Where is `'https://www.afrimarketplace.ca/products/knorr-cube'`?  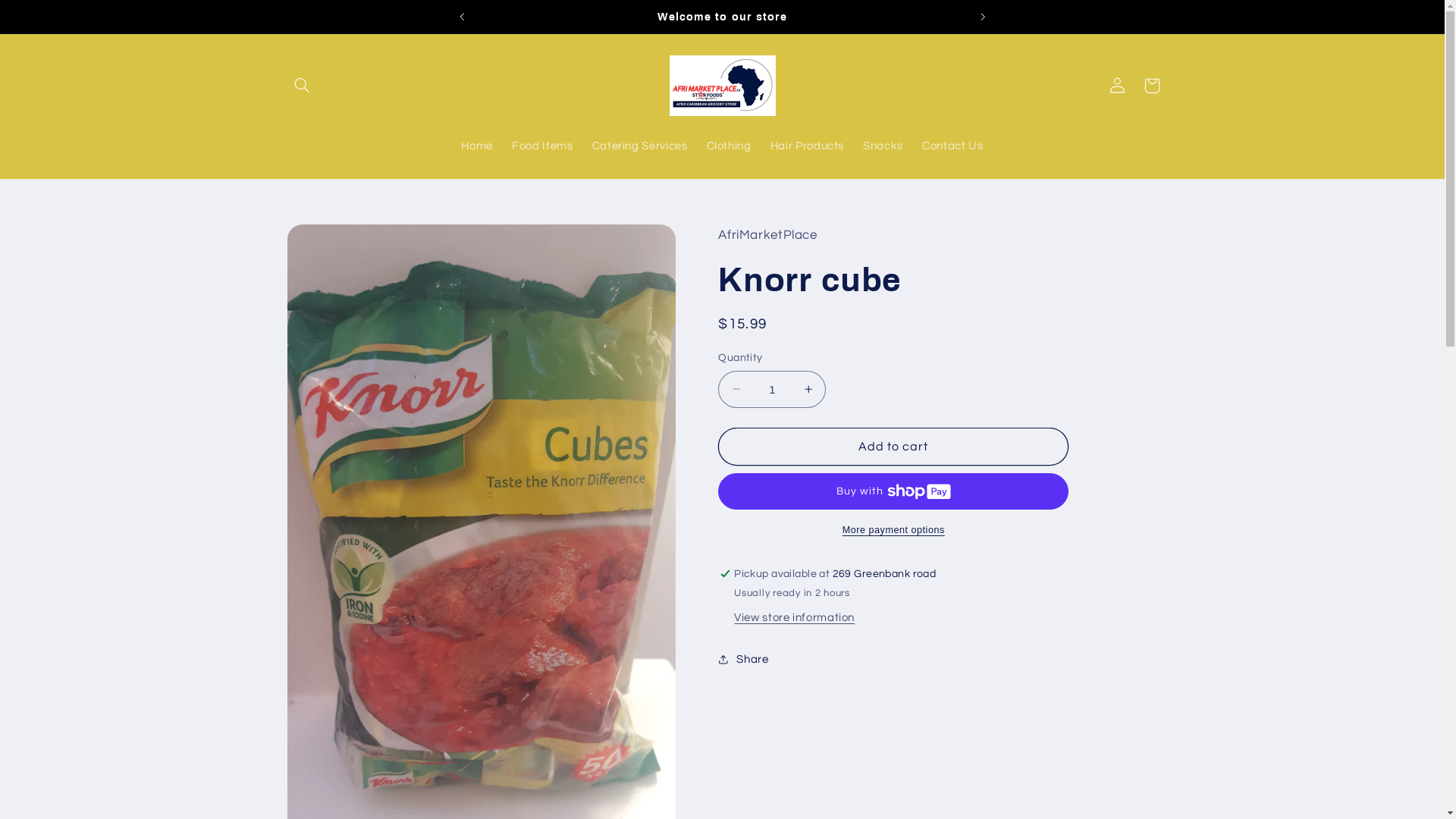 'https://www.afrimarketplace.ca/products/knorr-cube' is located at coordinates (813, 718).